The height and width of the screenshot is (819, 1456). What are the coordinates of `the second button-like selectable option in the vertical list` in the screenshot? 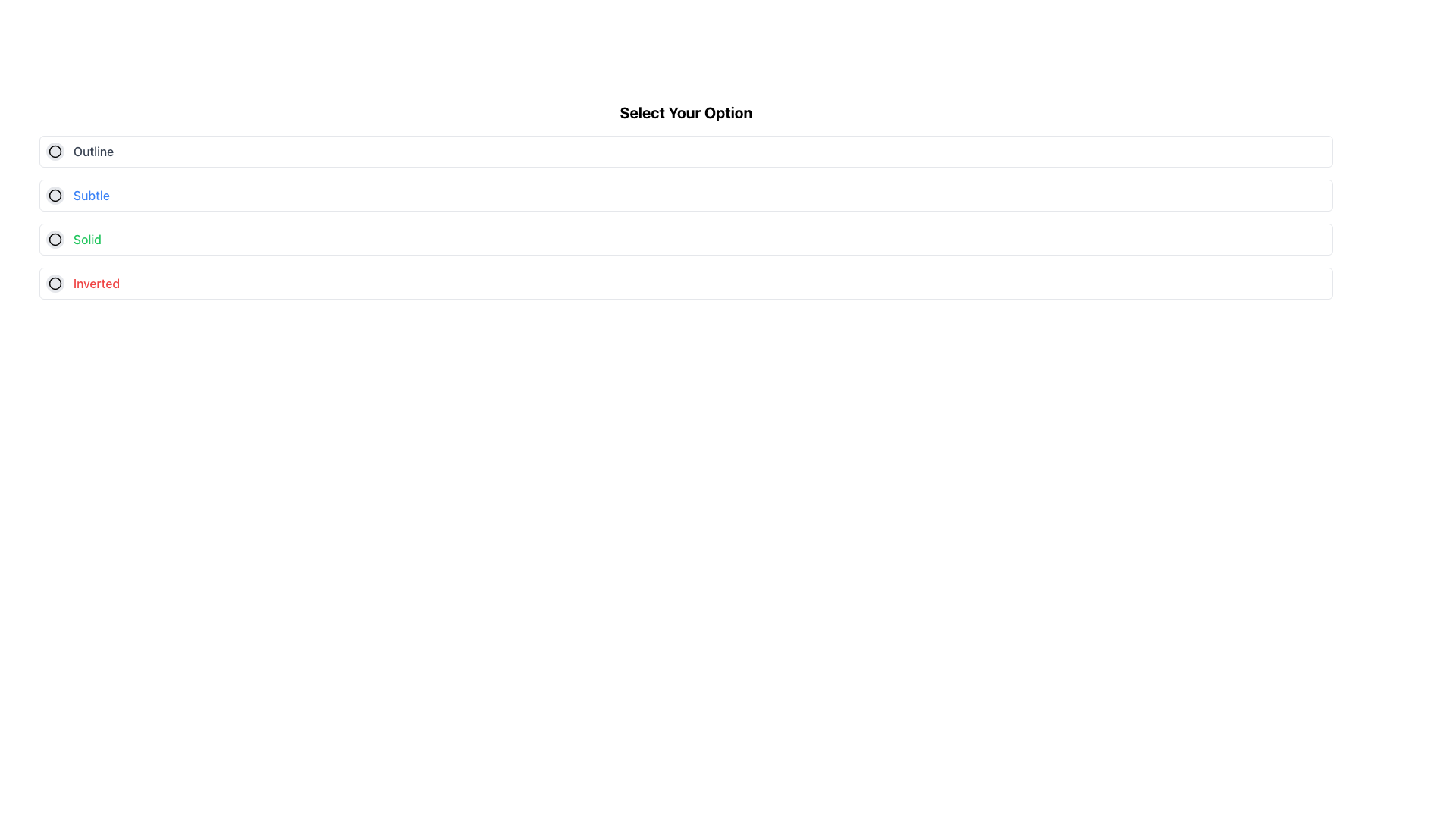 It's located at (686, 195).